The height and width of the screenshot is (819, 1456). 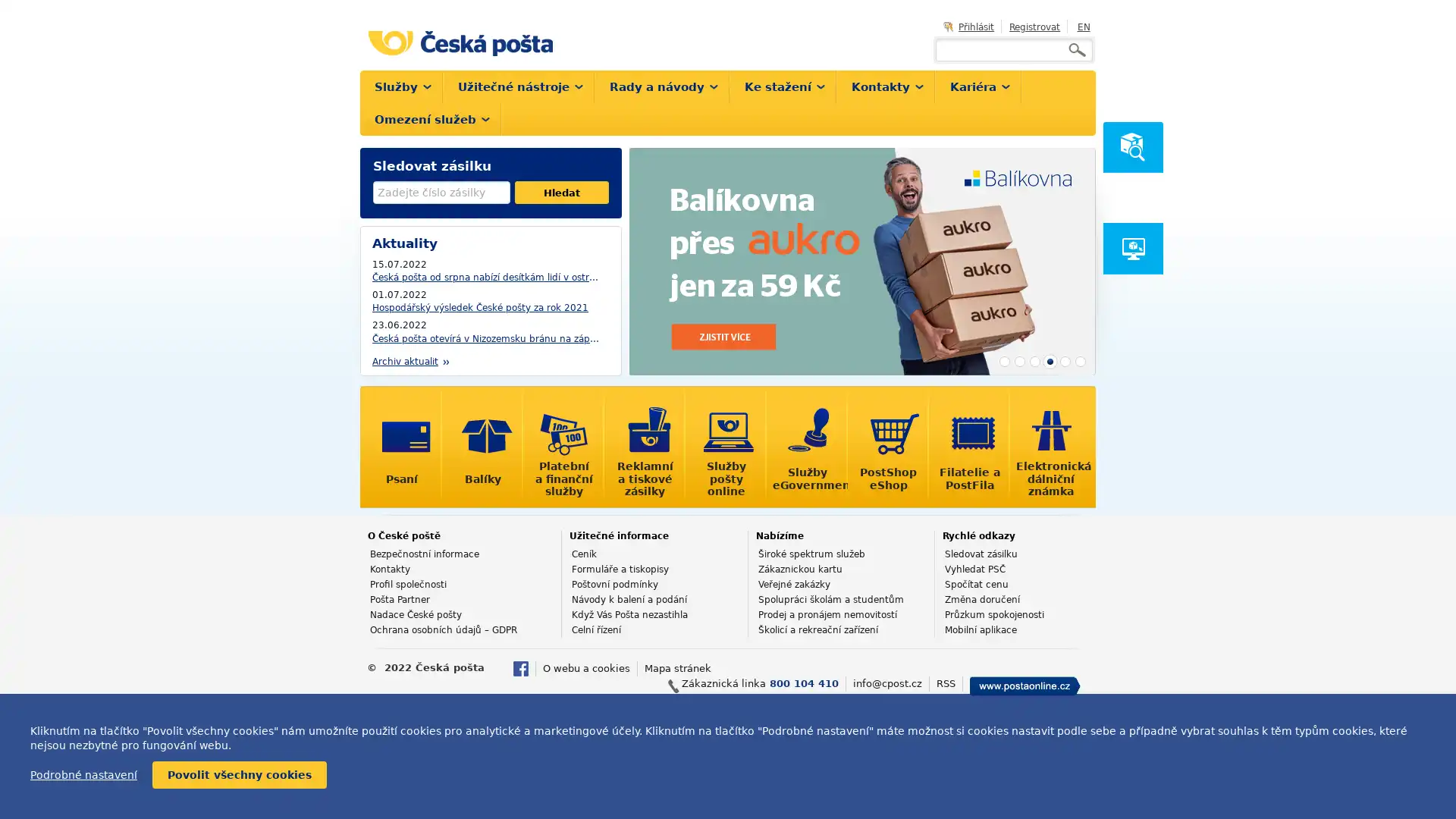 What do you see at coordinates (560, 192) in the screenshot?
I see `Hledat` at bounding box center [560, 192].